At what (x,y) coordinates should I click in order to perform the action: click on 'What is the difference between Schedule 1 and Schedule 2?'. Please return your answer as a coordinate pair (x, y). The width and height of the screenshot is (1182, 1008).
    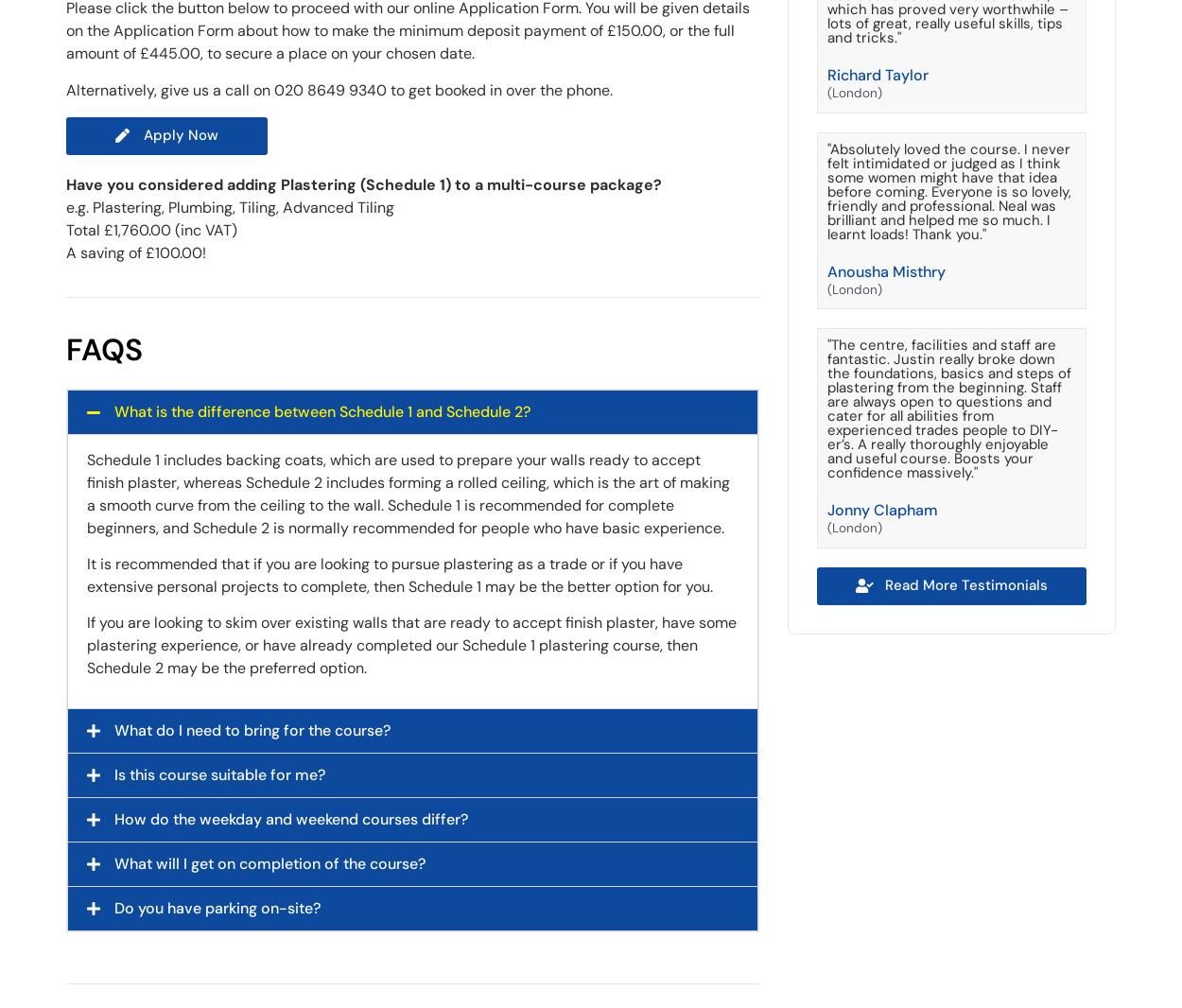
    Looking at the image, I should click on (322, 410).